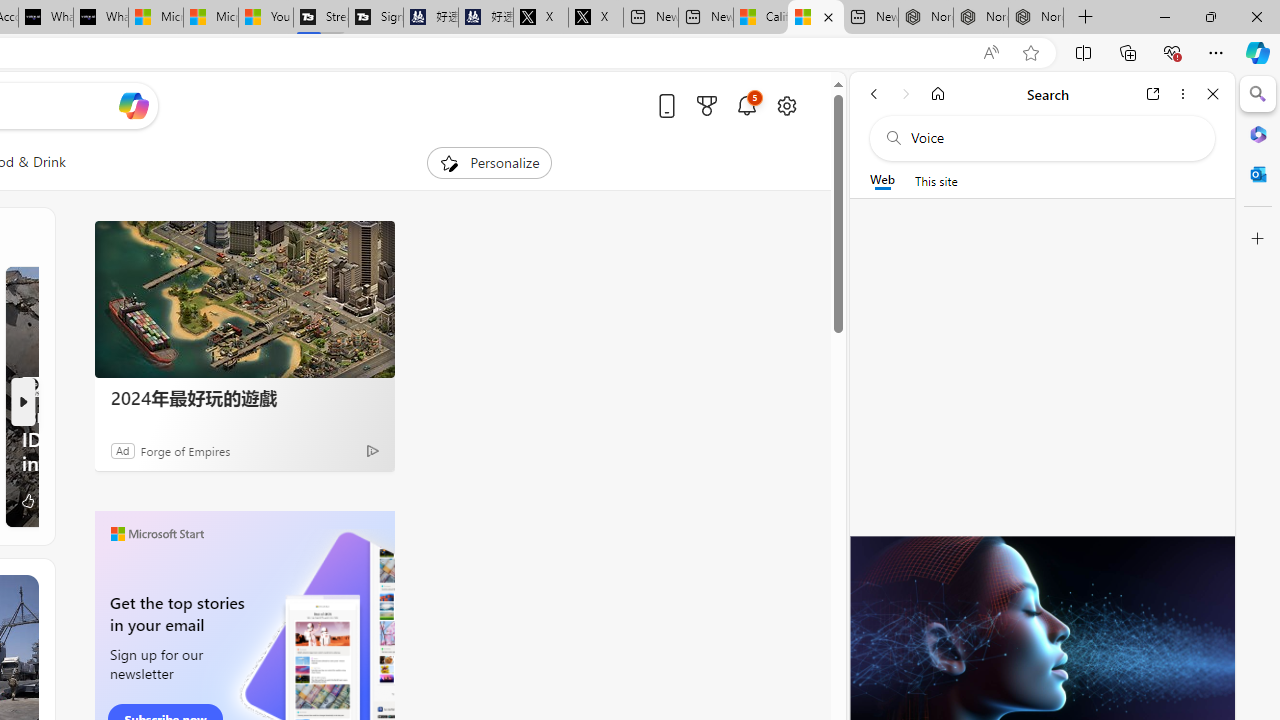 The height and width of the screenshot is (720, 1280). What do you see at coordinates (905, 93) in the screenshot?
I see `'Forward'` at bounding box center [905, 93].